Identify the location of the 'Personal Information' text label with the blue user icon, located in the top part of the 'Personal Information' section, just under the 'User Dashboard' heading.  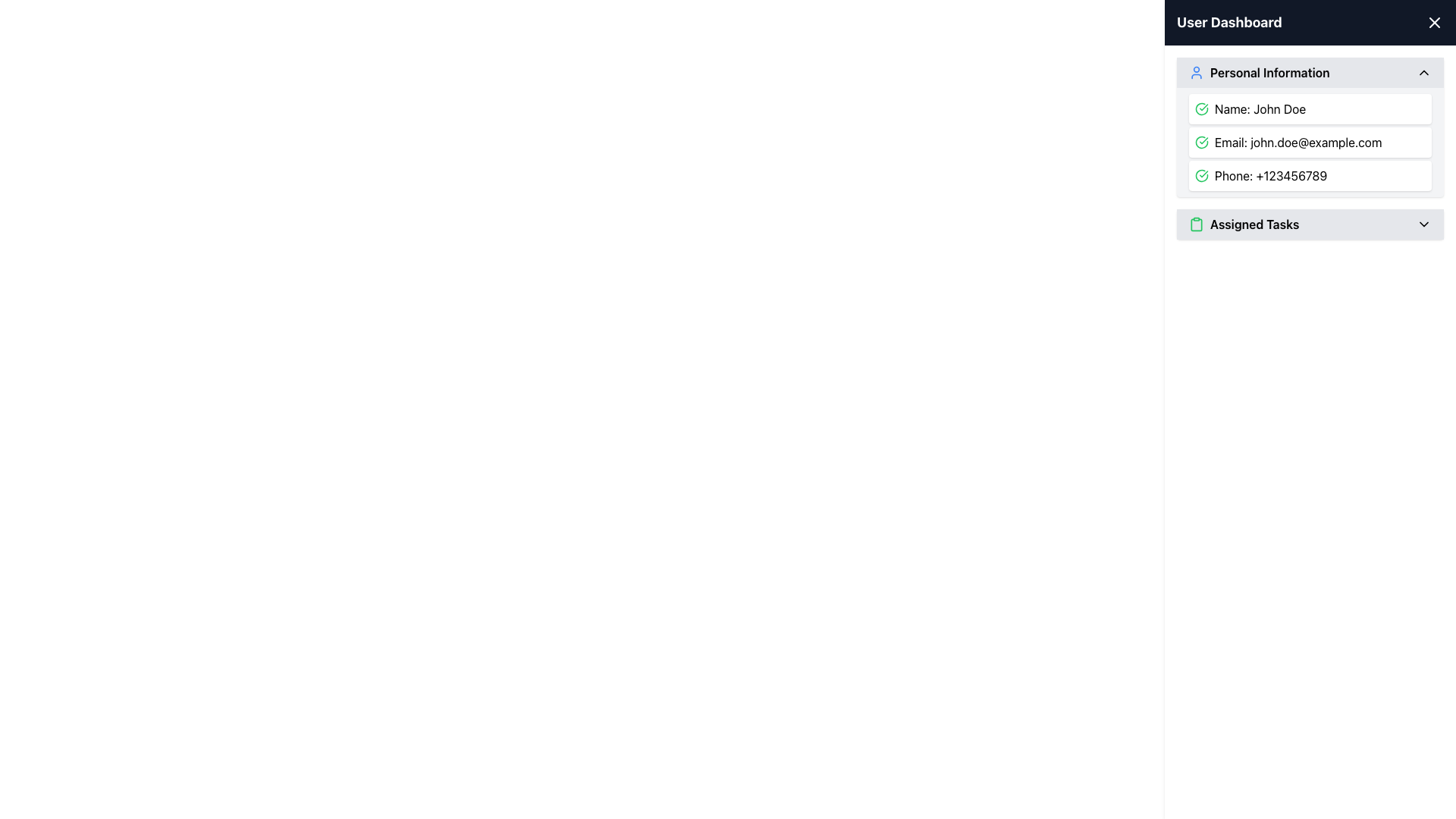
(1259, 73).